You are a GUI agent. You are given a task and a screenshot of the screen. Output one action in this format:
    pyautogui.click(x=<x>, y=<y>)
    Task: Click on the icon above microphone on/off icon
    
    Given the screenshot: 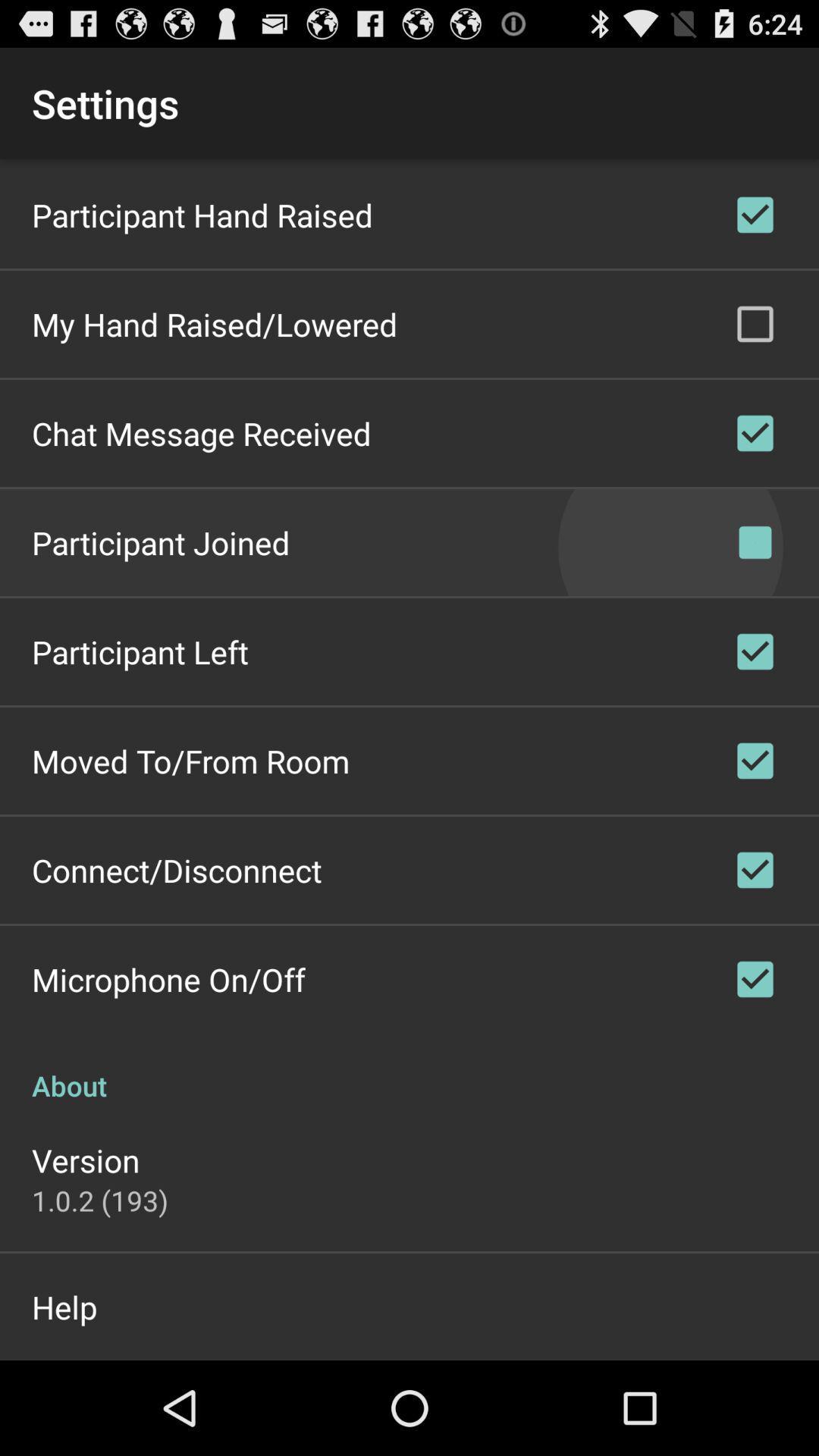 What is the action you would take?
    pyautogui.click(x=176, y=870)
    